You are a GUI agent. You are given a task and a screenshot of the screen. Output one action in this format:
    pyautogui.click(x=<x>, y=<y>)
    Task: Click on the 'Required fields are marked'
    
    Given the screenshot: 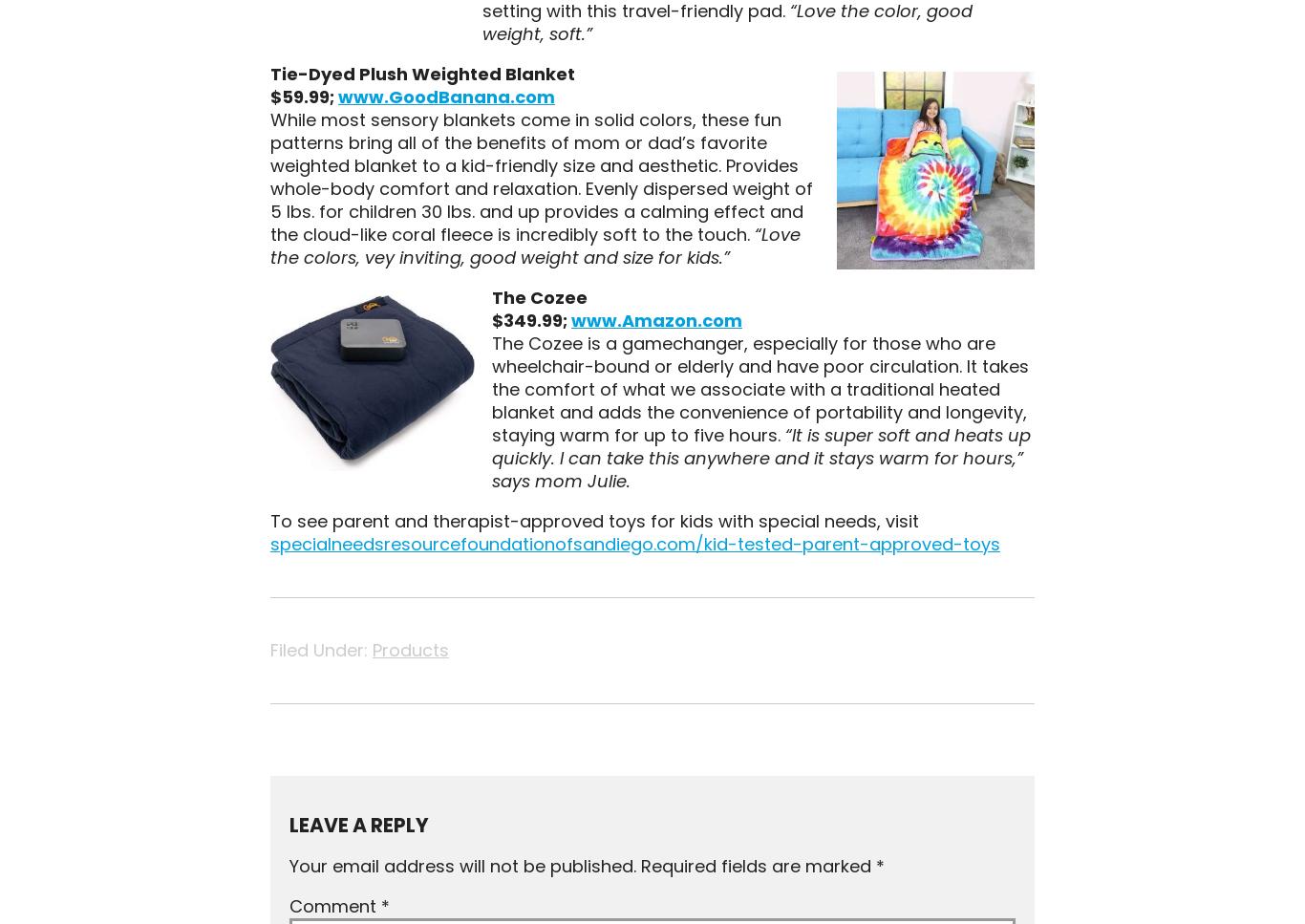 What is the action you would take?
    pyautogui.click(x=757, y=865)
    